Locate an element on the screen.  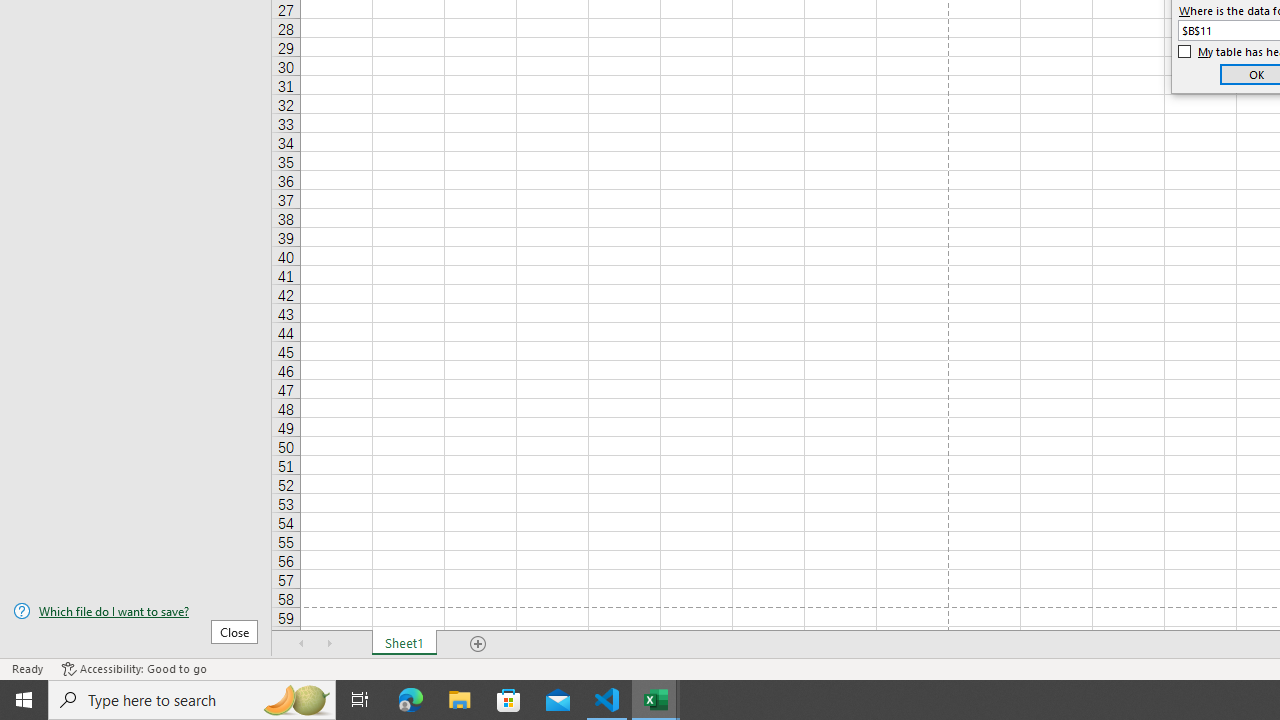
'Add Sheet' is located at coordinates (477, 644).